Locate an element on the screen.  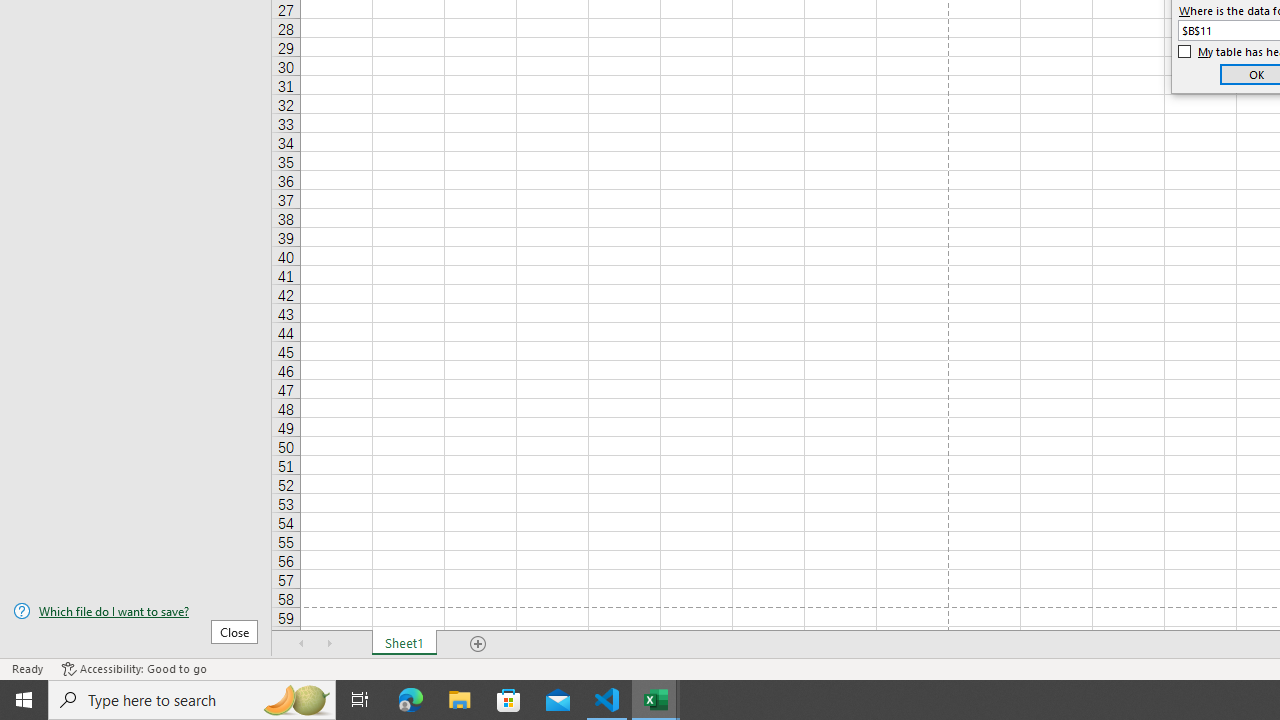
'Add Sheet' is located at coordinates (477, 644).